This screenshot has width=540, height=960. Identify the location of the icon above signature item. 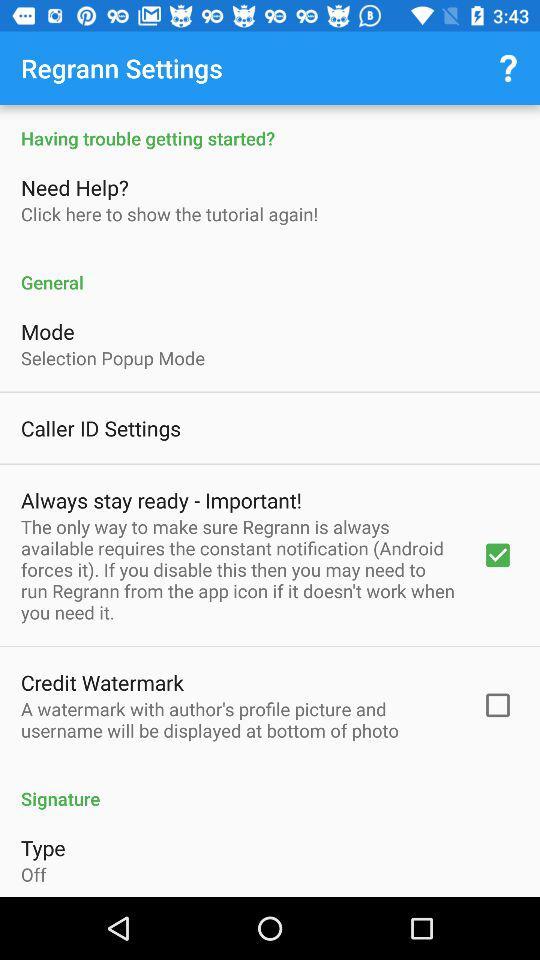
(238, 719).